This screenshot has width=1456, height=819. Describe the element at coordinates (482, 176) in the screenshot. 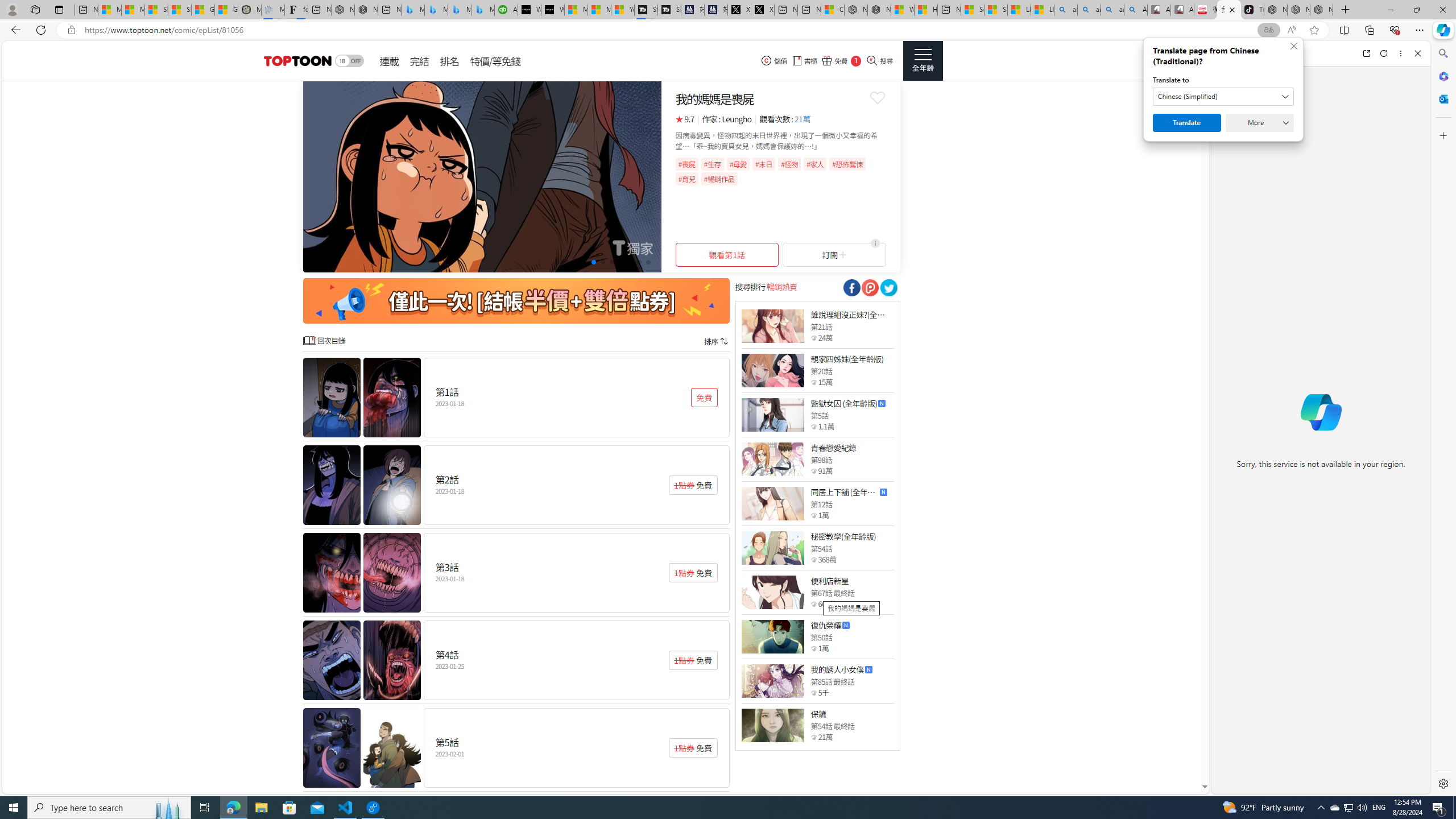

I see `'Class: swiper-slide swiper-slide-next'` at that location.